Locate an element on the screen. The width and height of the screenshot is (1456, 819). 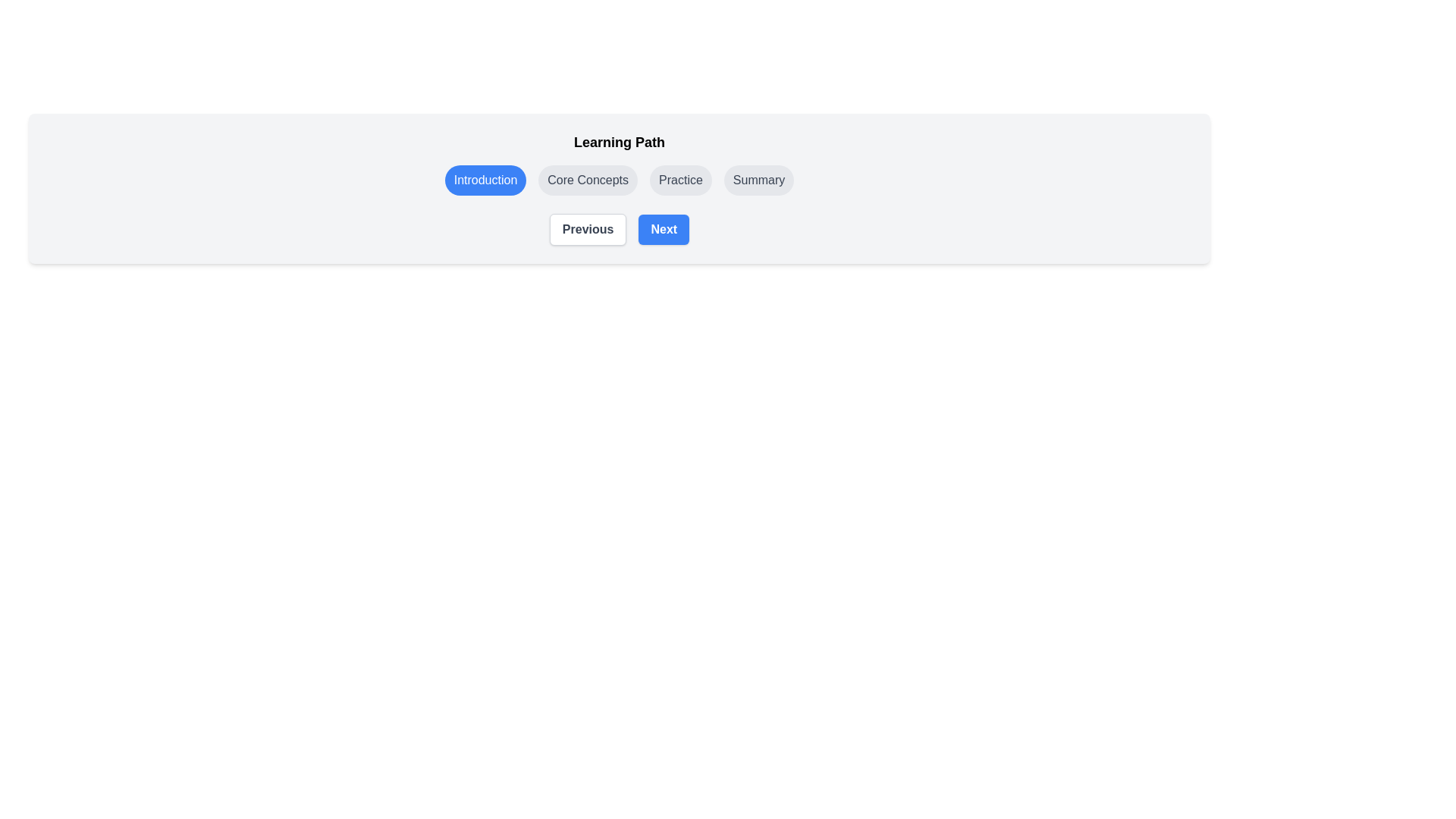
the step Introduction by clicking on its corresponding button is located at coordinates (484, 180).